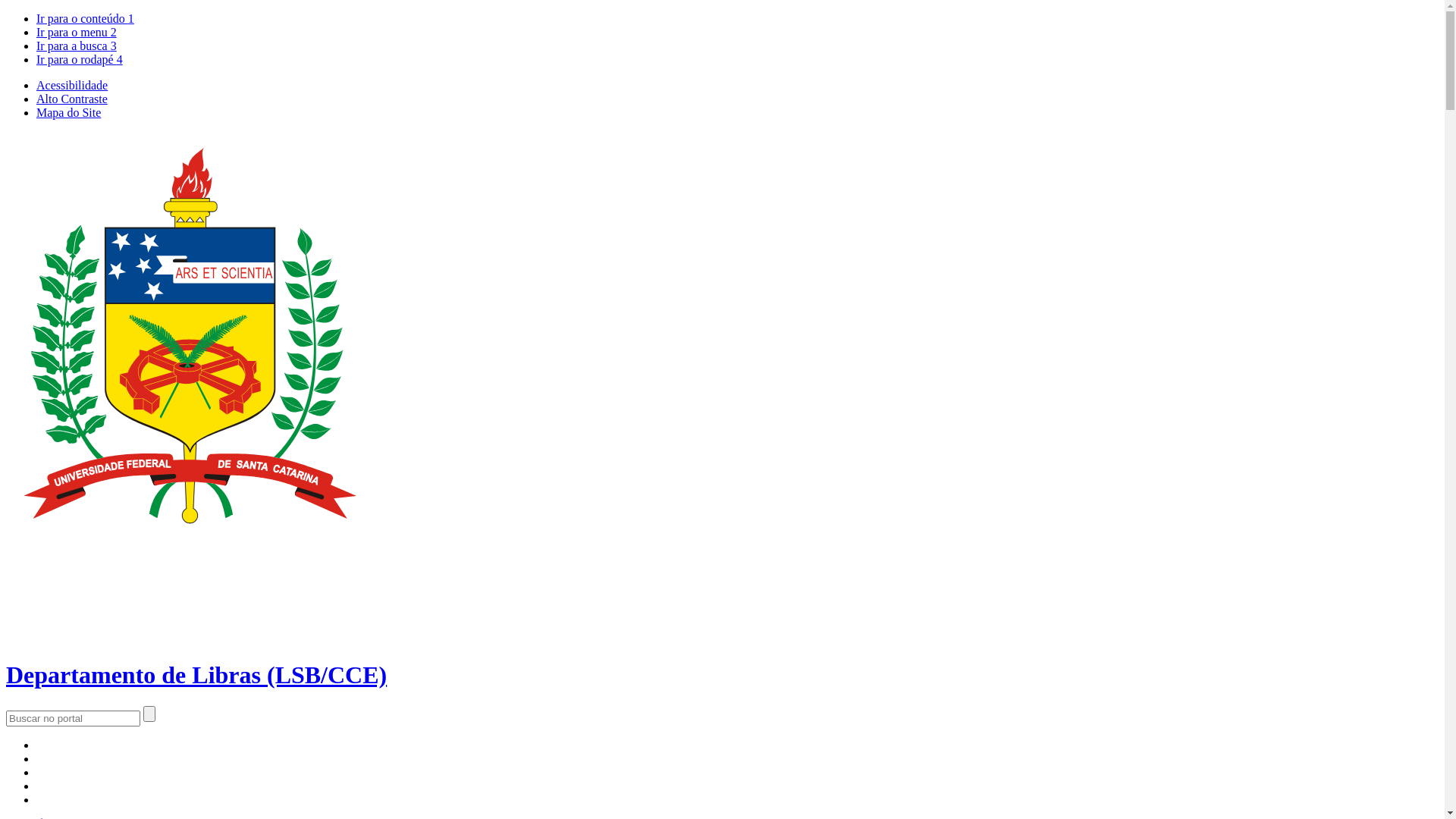 This screenshot has width=1456, height=819. Describe the element at coordinates (75, 32) in the screenshot. I see `'Ir para o menu 2'` at that location.